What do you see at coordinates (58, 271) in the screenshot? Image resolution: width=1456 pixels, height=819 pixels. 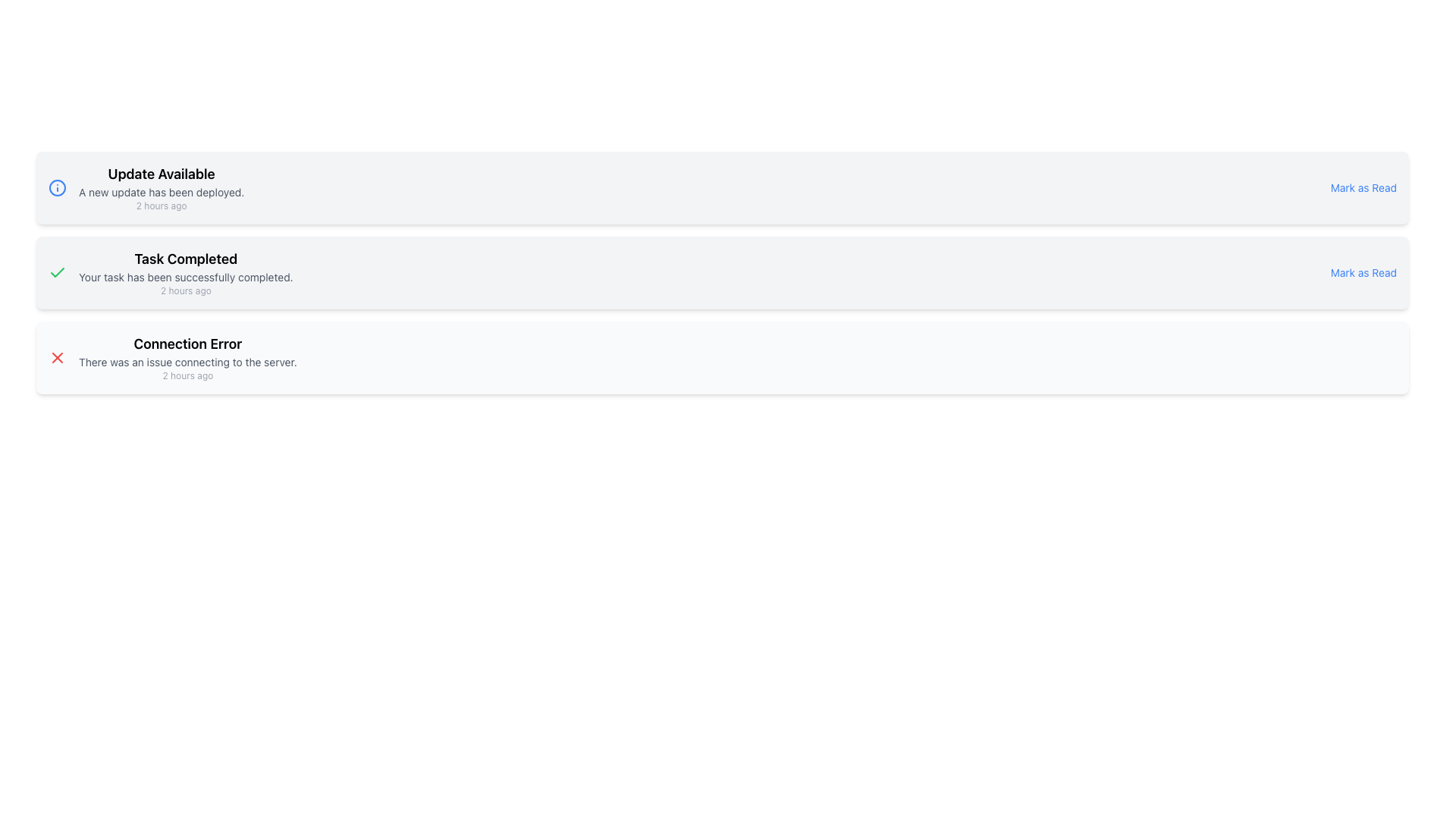 I see `the icon indicating successful task completion, located at the leftmost part of the 'Task Completed' notification panel` at bounding box center [58, 271].